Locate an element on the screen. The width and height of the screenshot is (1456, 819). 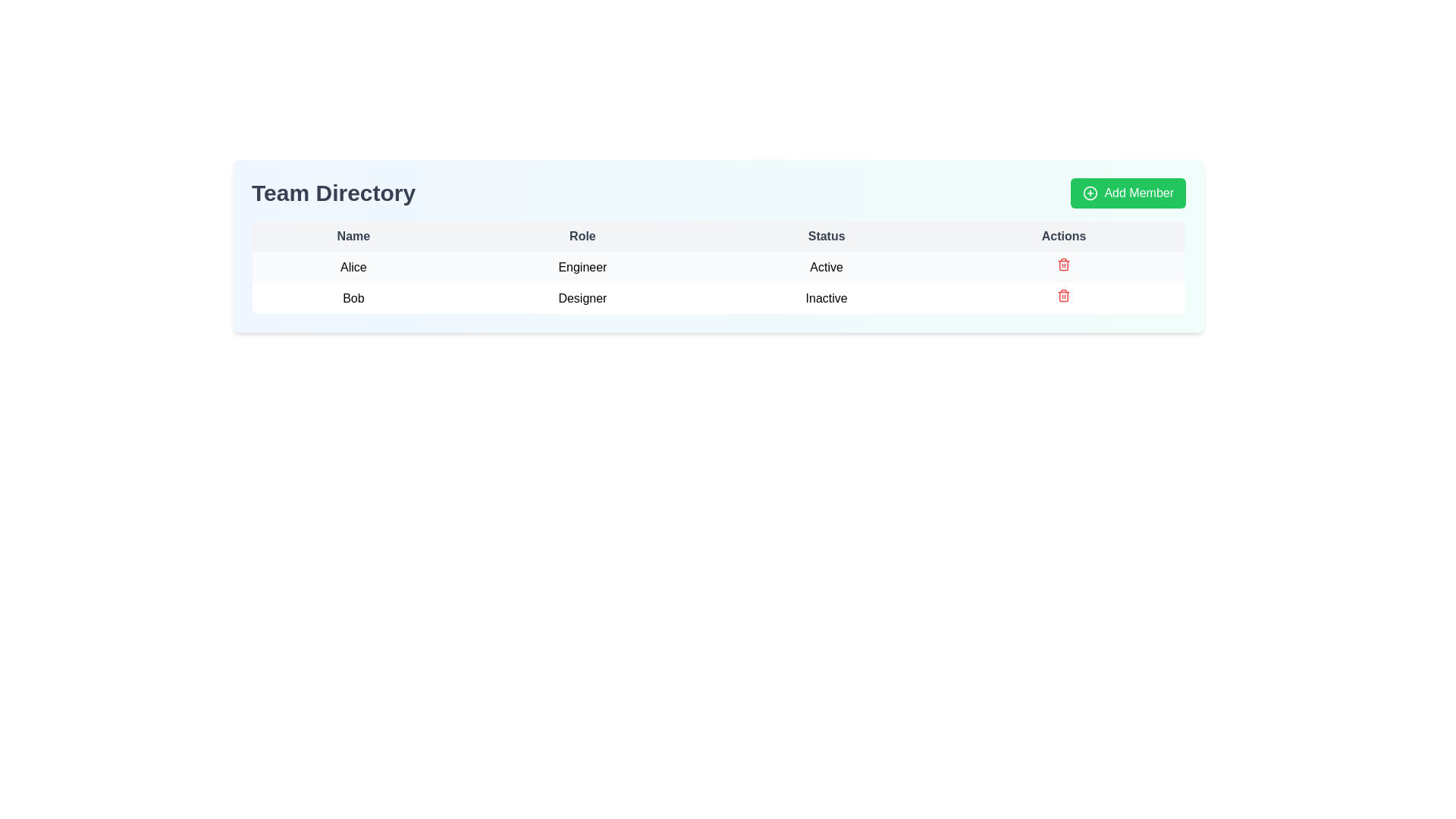
the first table row displaying user information with the text fields 'Alice', 'Engineer', 'Active' for navigation purposes is located at coordinates (718, 283).